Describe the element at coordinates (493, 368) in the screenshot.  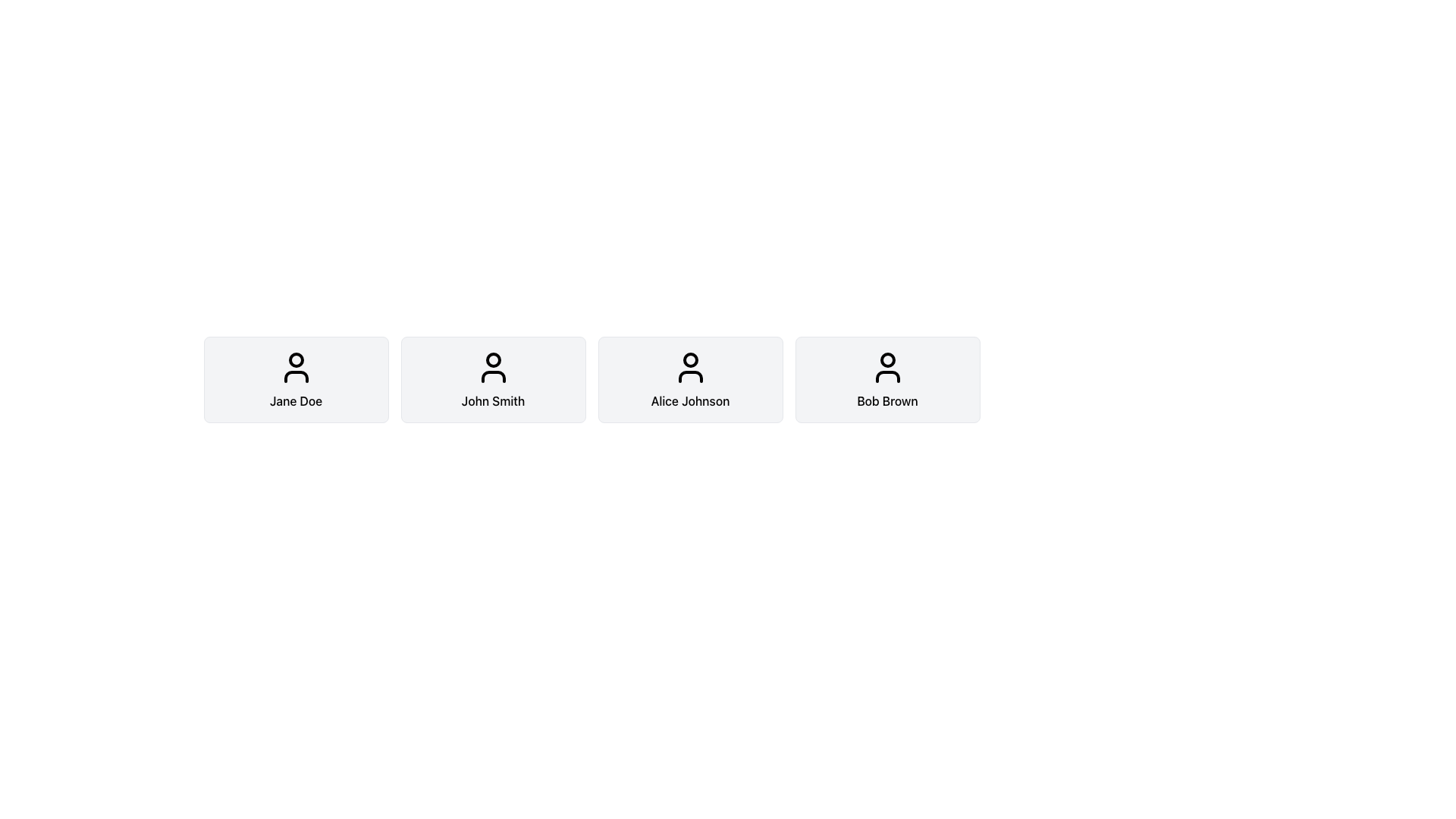
I see `the user profile icon located at the top center of the profile card labeled 'John Smith'` at that location.